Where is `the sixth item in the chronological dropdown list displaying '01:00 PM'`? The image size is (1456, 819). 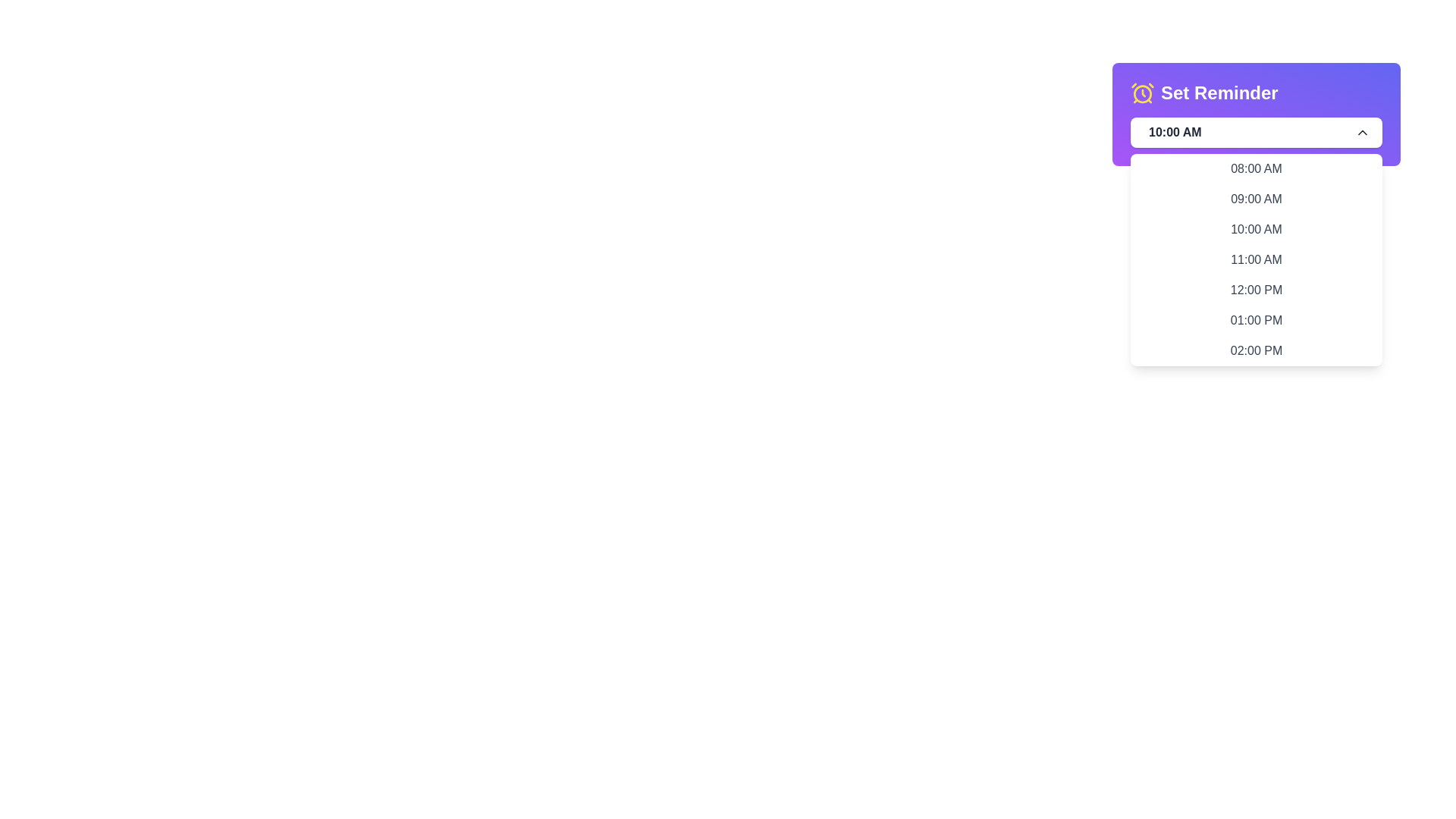 the sixth item in the chronological dropdown list displaying '01:00 PM' is located at coordinates (1256, 320).